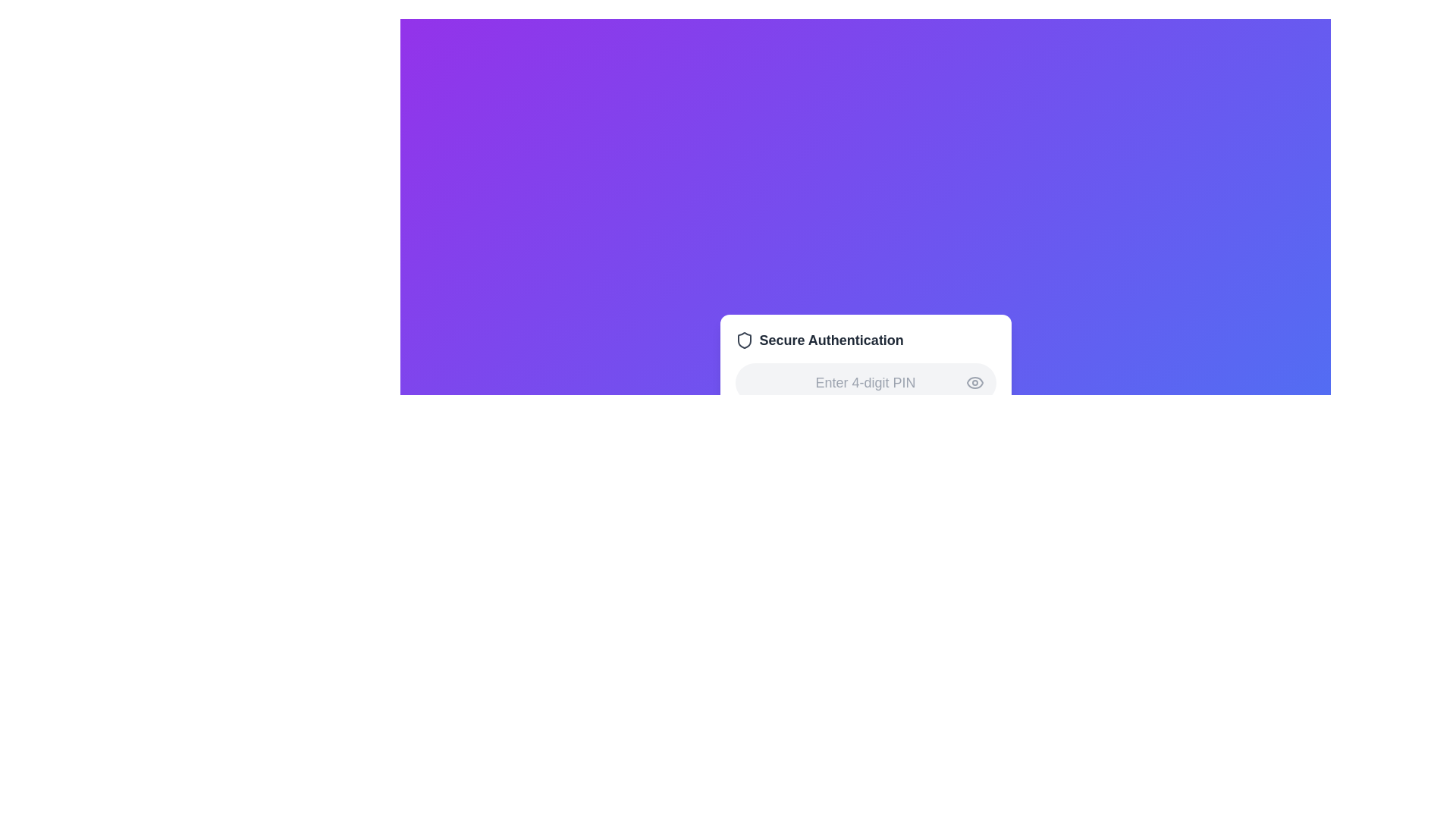 Image resolution: width=1456 pixels, height=819 pixels. What do you see at coordinates (974, 382) in the screenshot?
I see `the curved line of the eye icon which indicates view or display functionalities, located towards the bottom-left of the surrounding rectangular area` at bounding box center [974, 382].